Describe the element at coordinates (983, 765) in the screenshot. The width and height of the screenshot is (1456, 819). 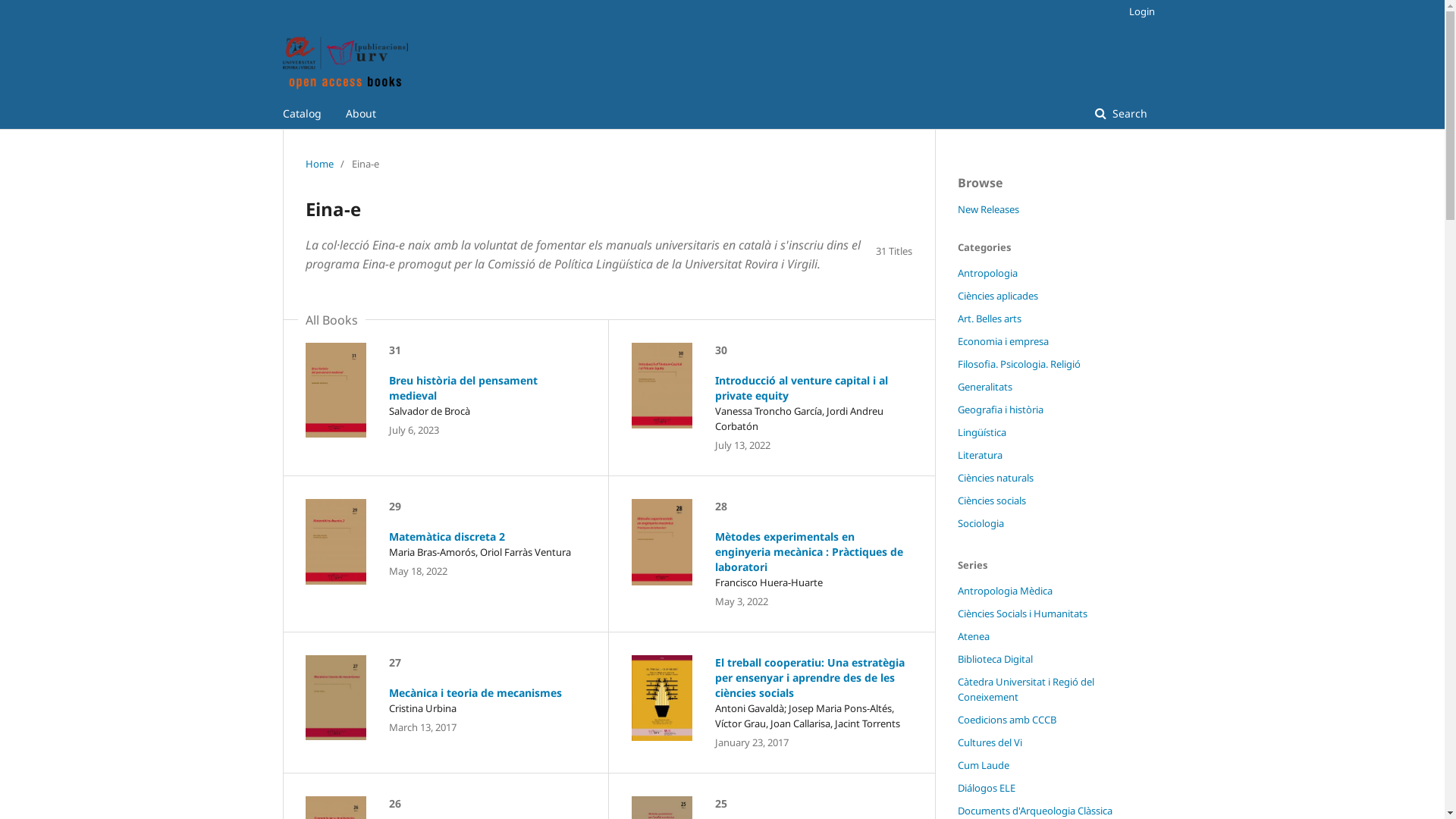
I see `'Cum Laude'` at that location.